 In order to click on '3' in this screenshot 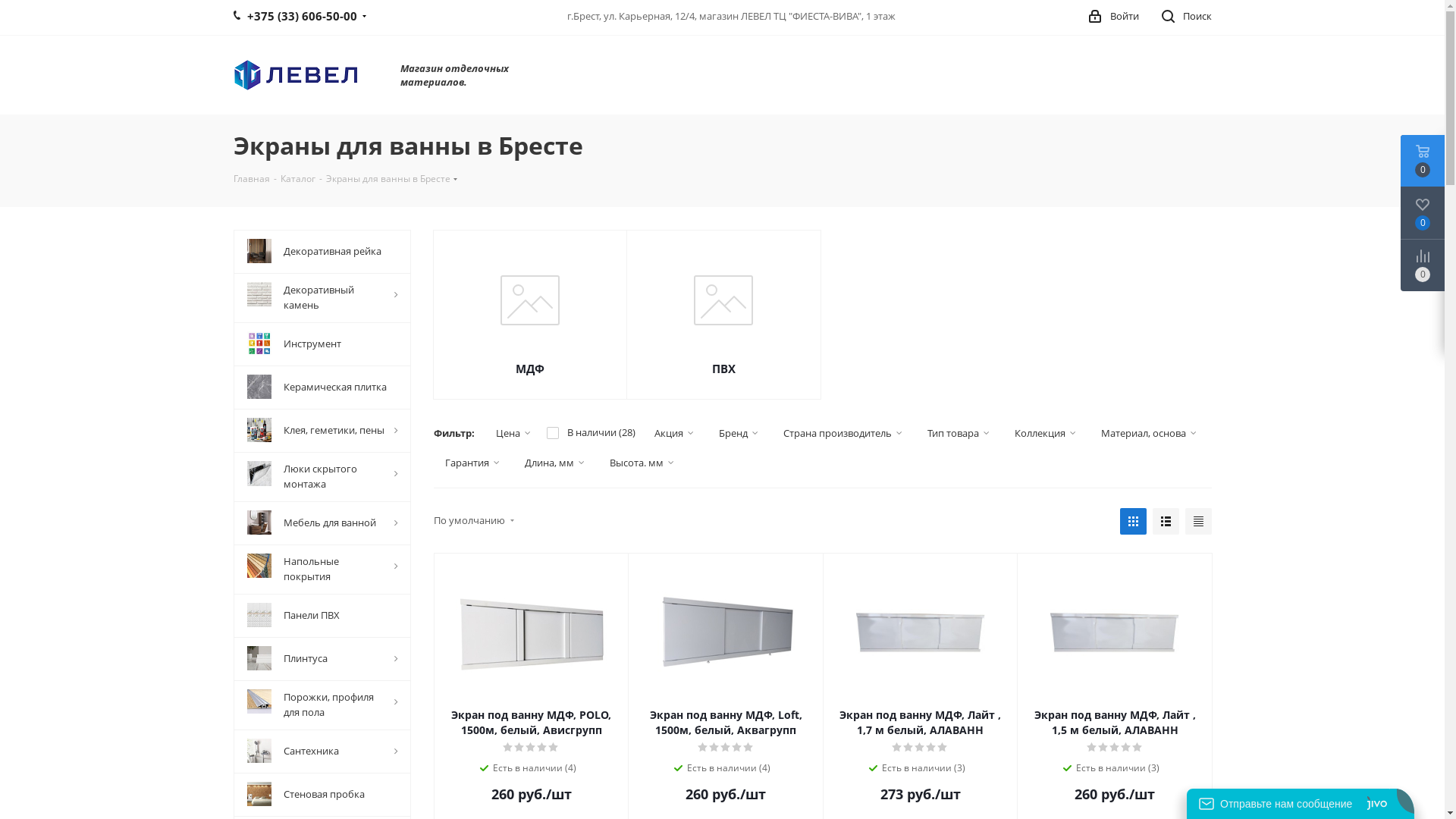, I will do `click(531, 747)`.